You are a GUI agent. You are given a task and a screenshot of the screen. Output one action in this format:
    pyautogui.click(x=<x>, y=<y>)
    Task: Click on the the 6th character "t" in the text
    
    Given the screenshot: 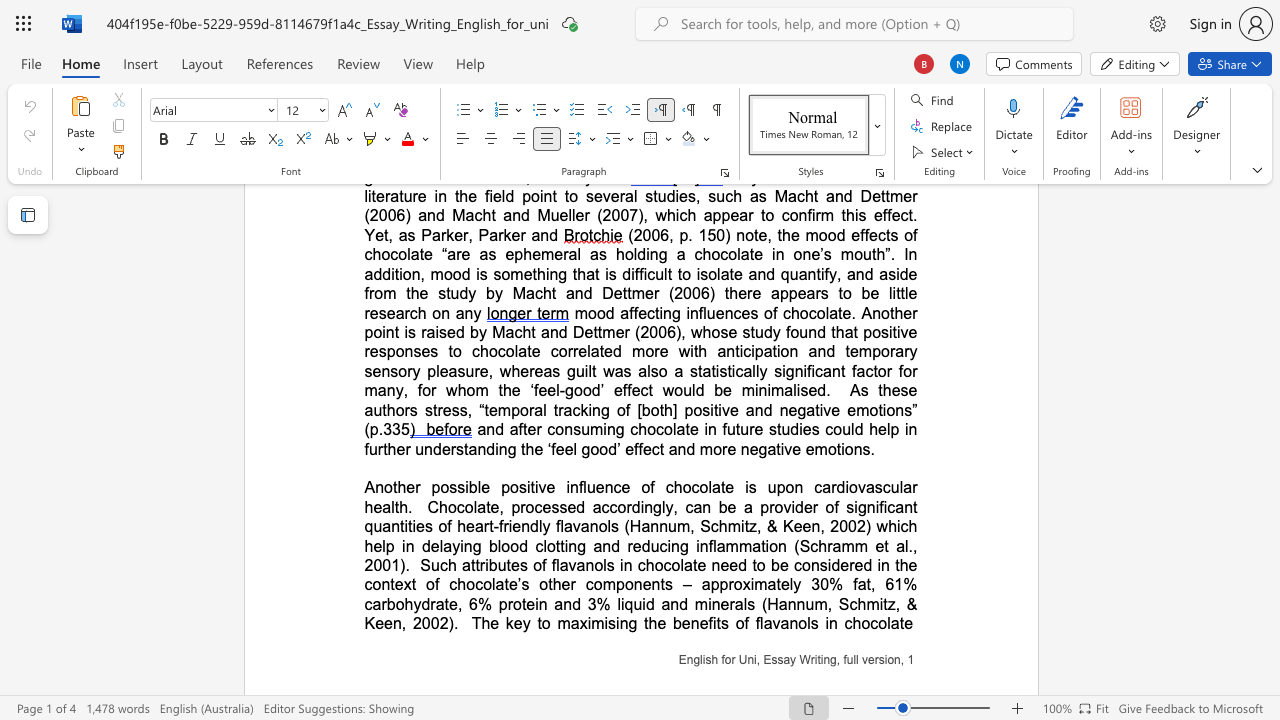 What is the action you would take?
    pyautogui.click(x=465, y=447)
    